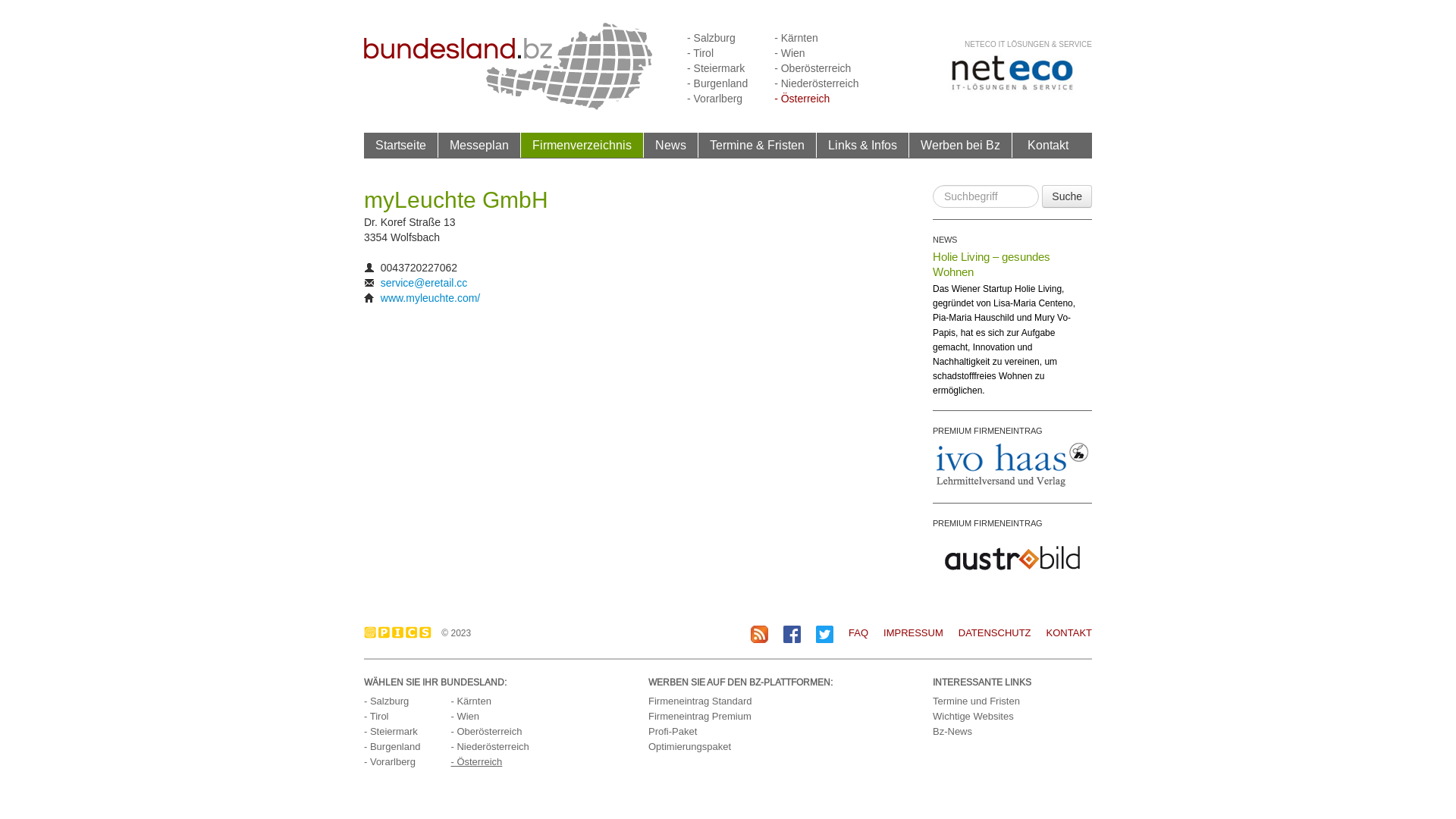 The height and width of the screenshot is (819, 1456). What do you see at coordinates (392, 745) in the screenshot?
I see `'- Burgenland'` at bounding box center [392, 745].